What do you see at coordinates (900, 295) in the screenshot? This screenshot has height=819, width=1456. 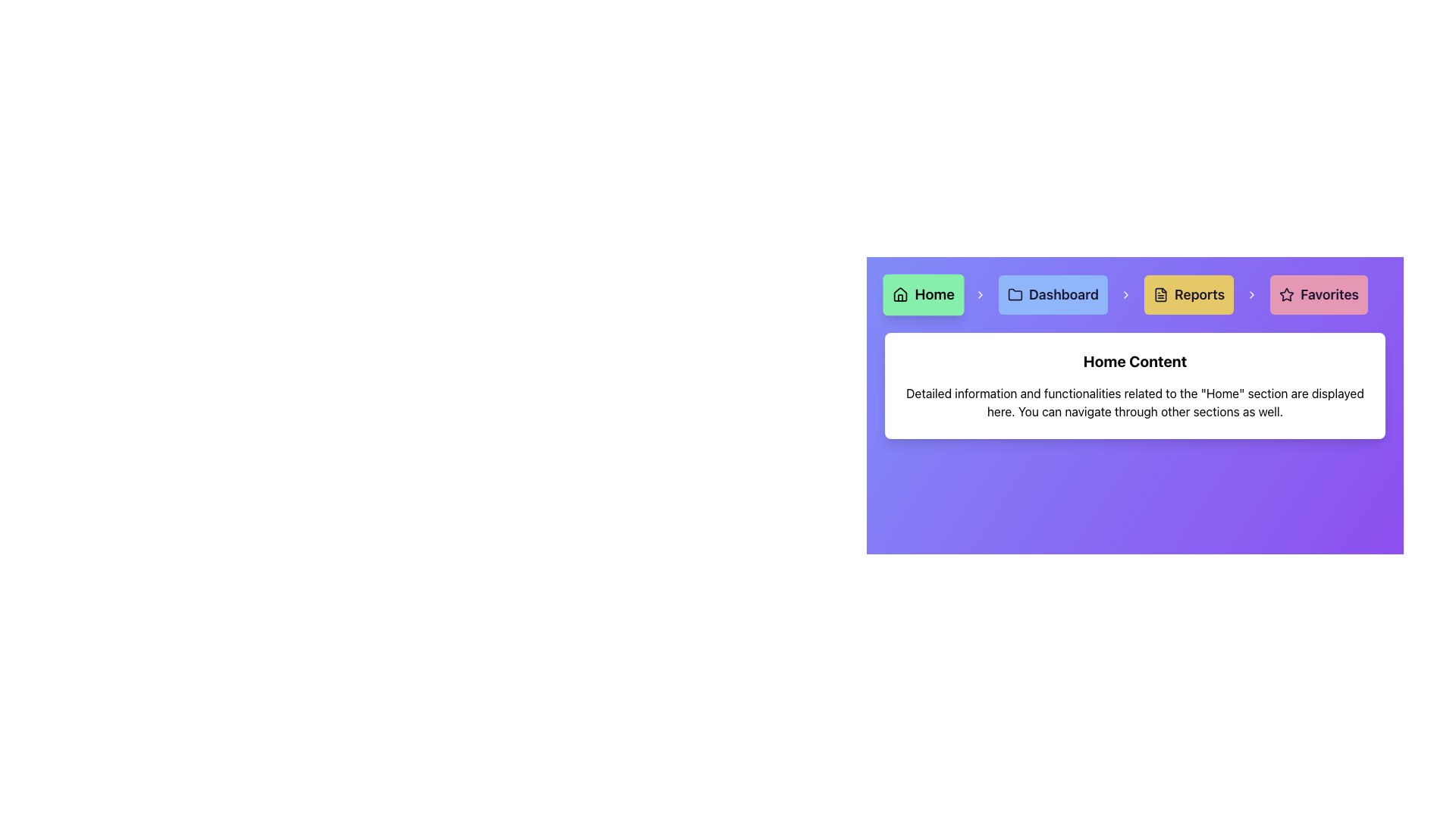 I see `the 'Home' icon located inside the green rectangular button labeled 'Home' in the top center navigation menu` at bounding box center [900, 295].